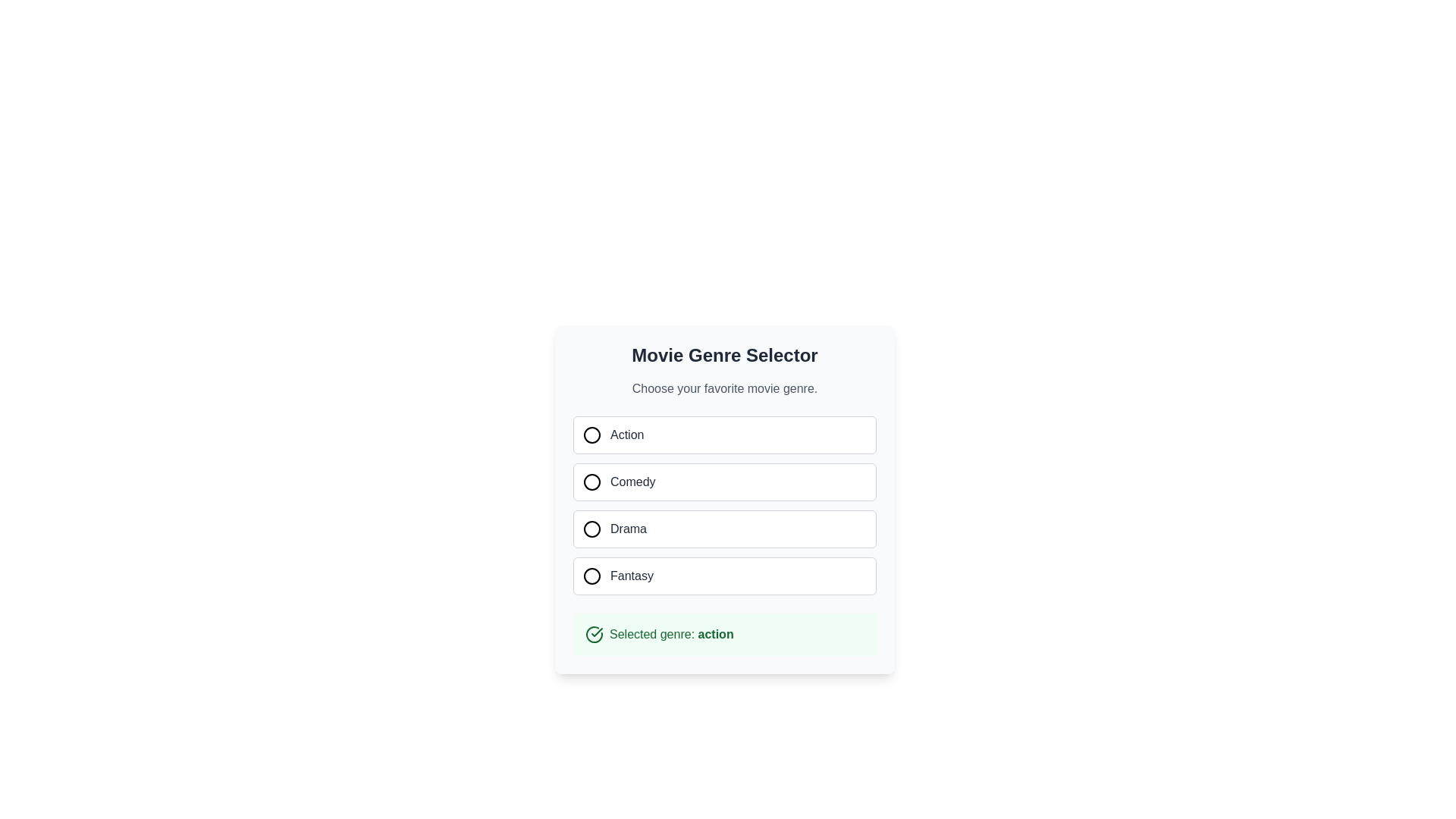  What do you see at coordinates (723, 435) in the screenshot?
I see `the radio button labeled 'Action' in the 'Movie Genre Selector' group` at bounding box center [723, 435].